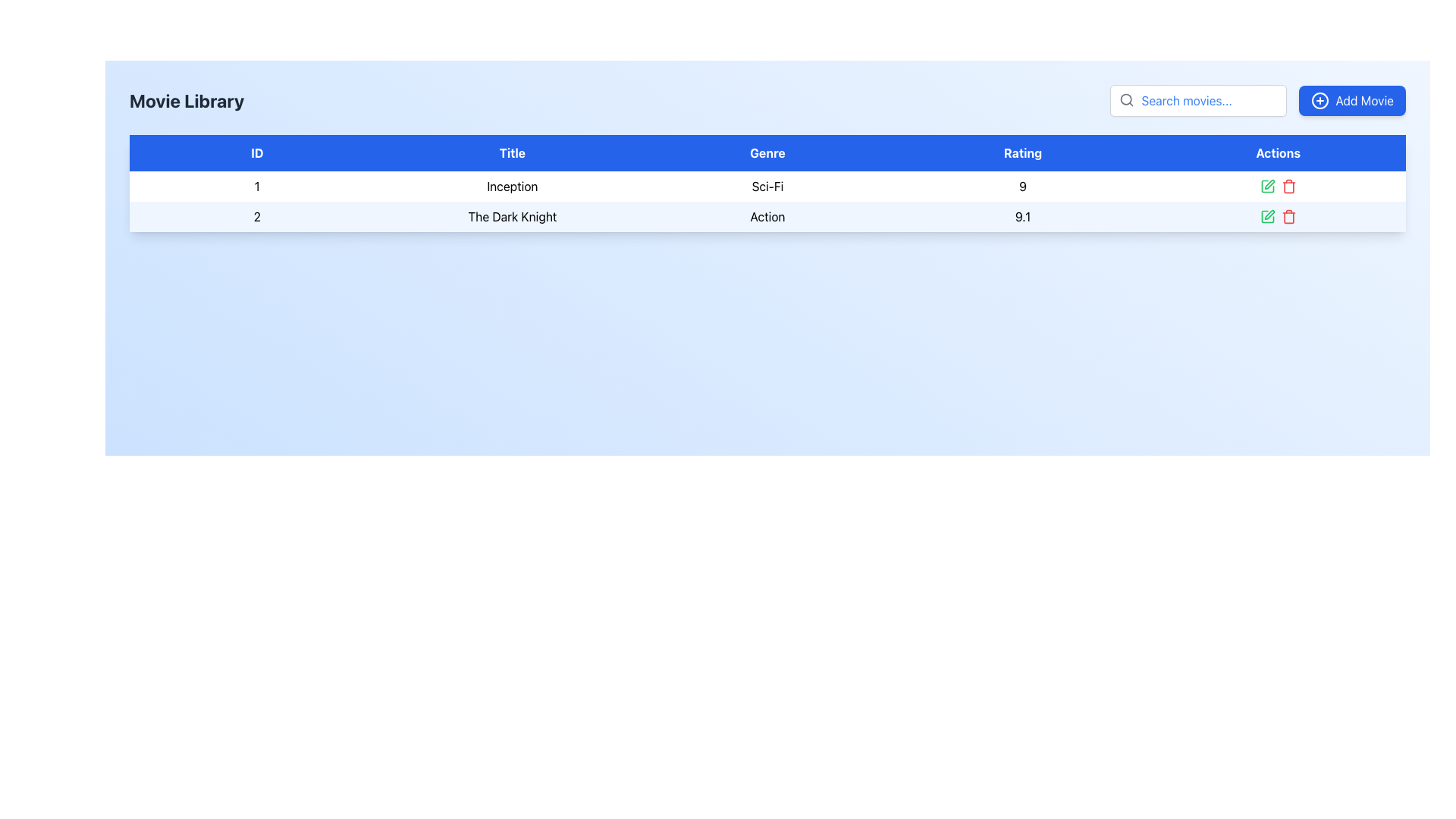 The height and width of the screenshot is (819, 1456). What do you see at coordinates (1267, 186) in the screenshot?
I see `the pencil icon button located in the 'Actions' column of the table to initiate an edit action for 'The Dark Knight'` at bounding box center [1267, 186].